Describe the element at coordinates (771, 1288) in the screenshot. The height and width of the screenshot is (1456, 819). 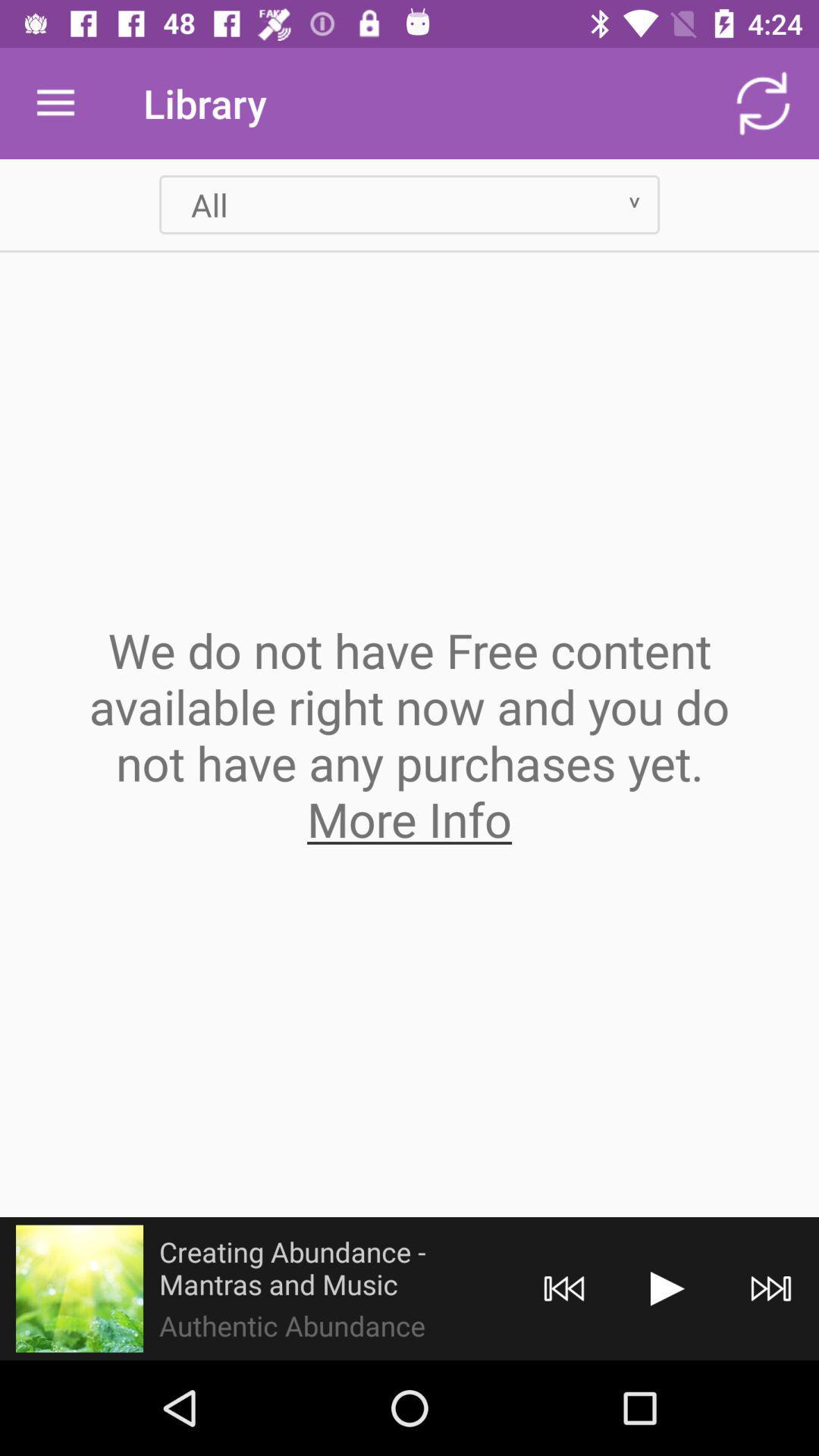
I see `next audio file` at that location.